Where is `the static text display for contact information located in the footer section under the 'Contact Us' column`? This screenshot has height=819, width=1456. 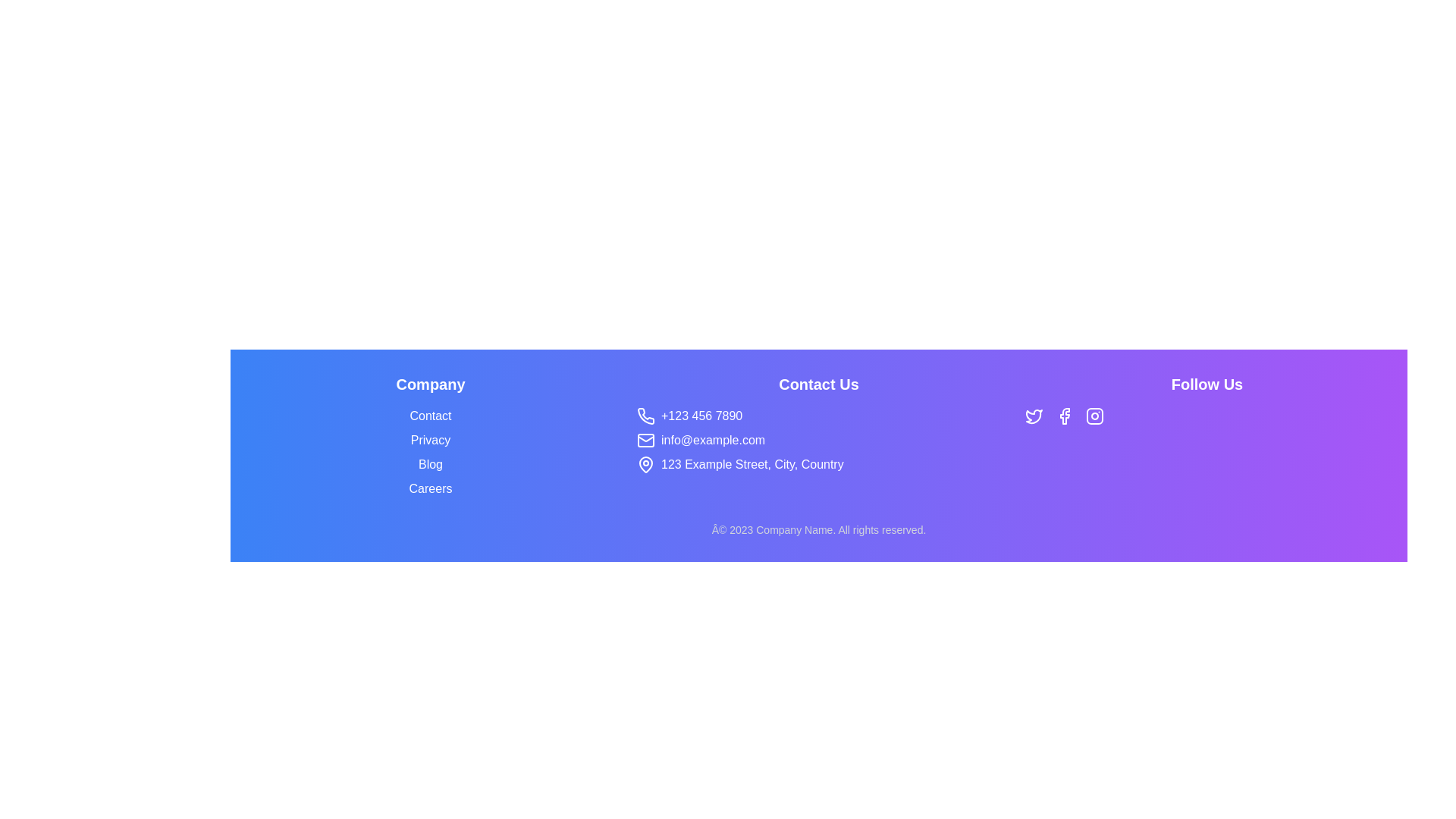 the static text display for contact information located in the footer section under the 'Contact Us' column is located at coordinates (712, 441).